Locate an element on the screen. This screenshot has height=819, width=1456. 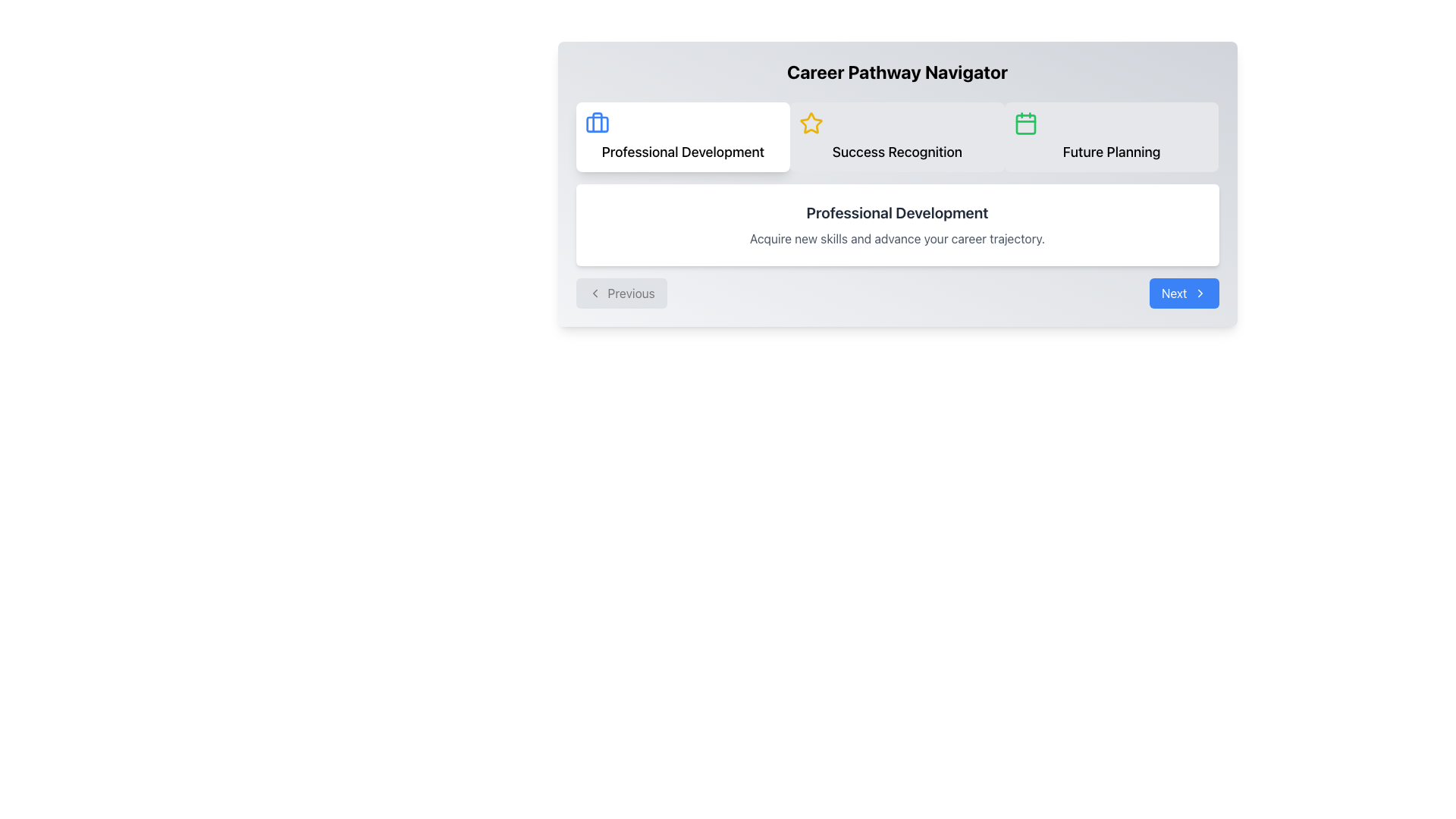
the green-bordered calendar icon, which is the third icon in the row under 'Career Pathway Navigator' is located at coordinates (1025, 124).